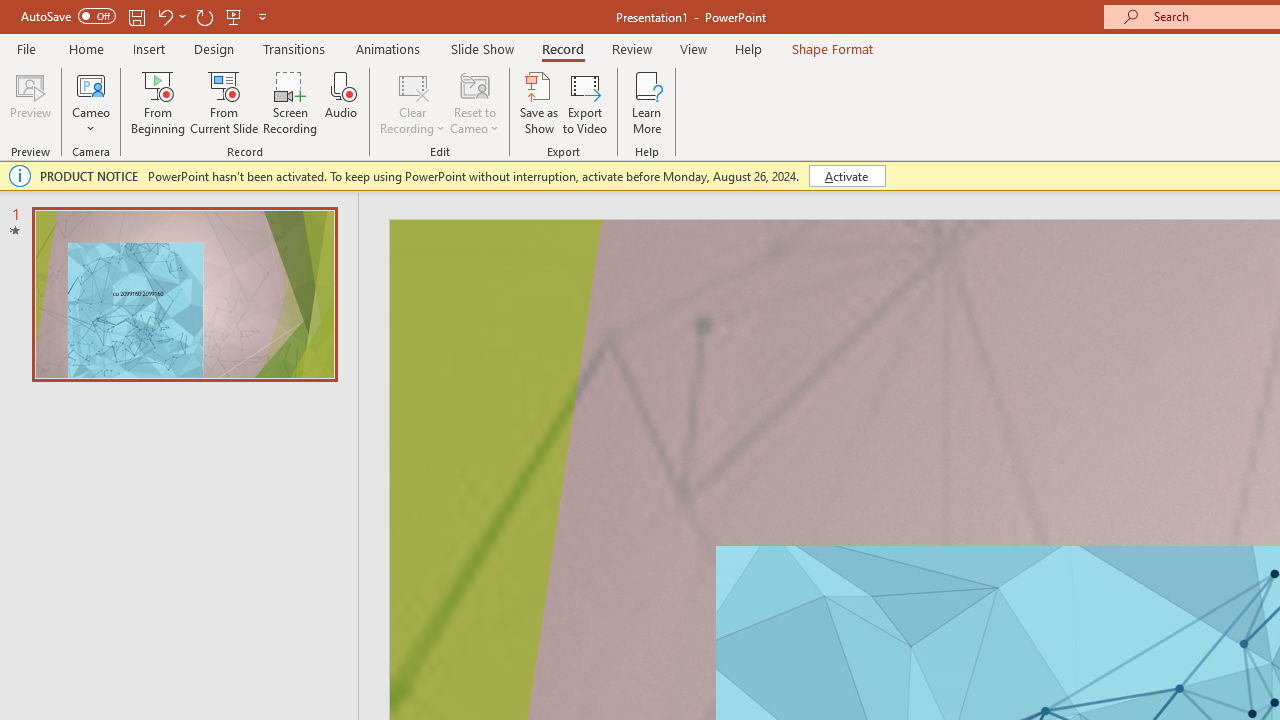 The image size is (1280, 720). I want to click on 'Clear Recording', so click(411, 103).